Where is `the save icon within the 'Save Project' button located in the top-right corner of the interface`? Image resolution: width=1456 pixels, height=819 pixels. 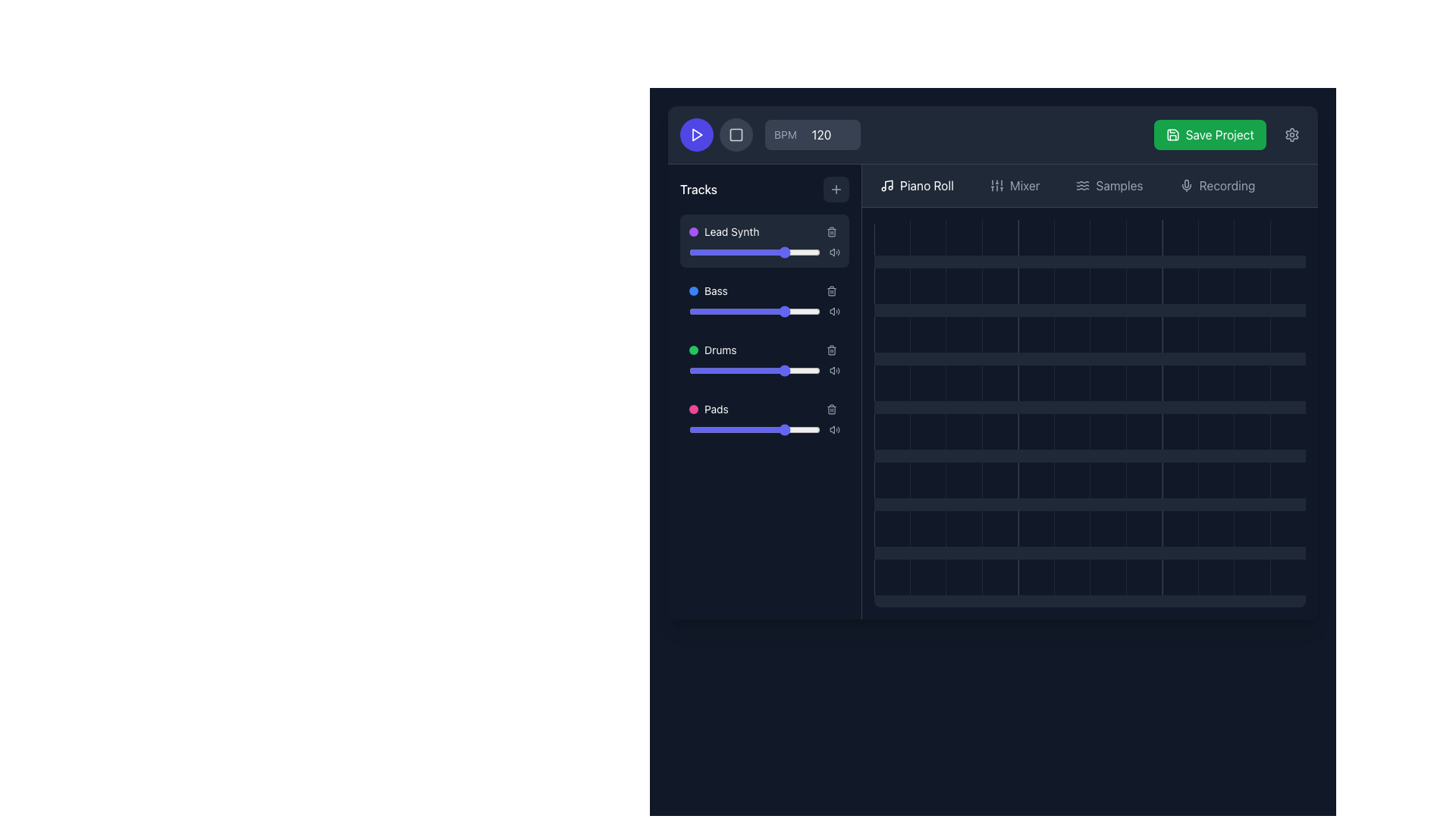 the save icon within the 'Save Project' button located in the top-right corner of the interface is located at coordinates (1172, 133).